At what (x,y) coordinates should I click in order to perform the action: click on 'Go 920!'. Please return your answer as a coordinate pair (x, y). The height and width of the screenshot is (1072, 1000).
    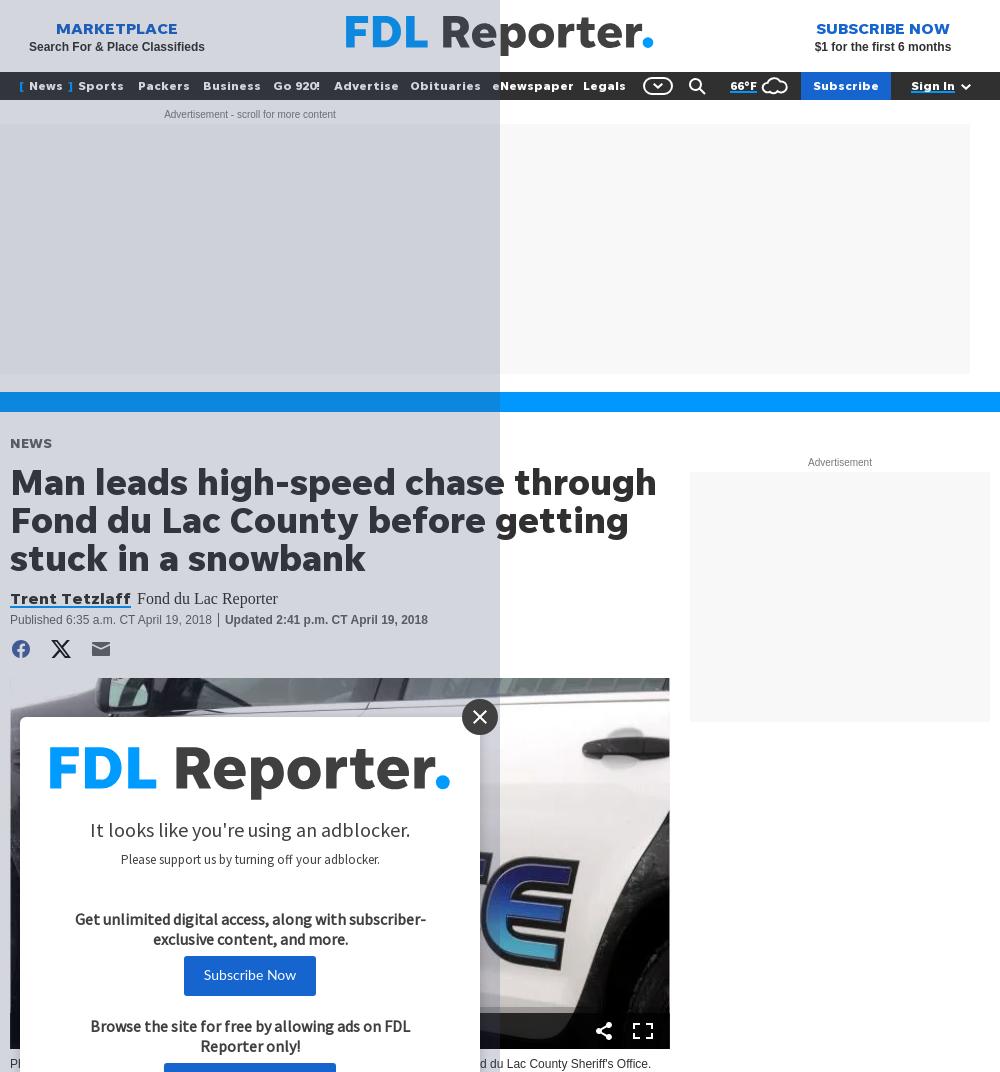
    Looking at the image, I should click on (296, 85).